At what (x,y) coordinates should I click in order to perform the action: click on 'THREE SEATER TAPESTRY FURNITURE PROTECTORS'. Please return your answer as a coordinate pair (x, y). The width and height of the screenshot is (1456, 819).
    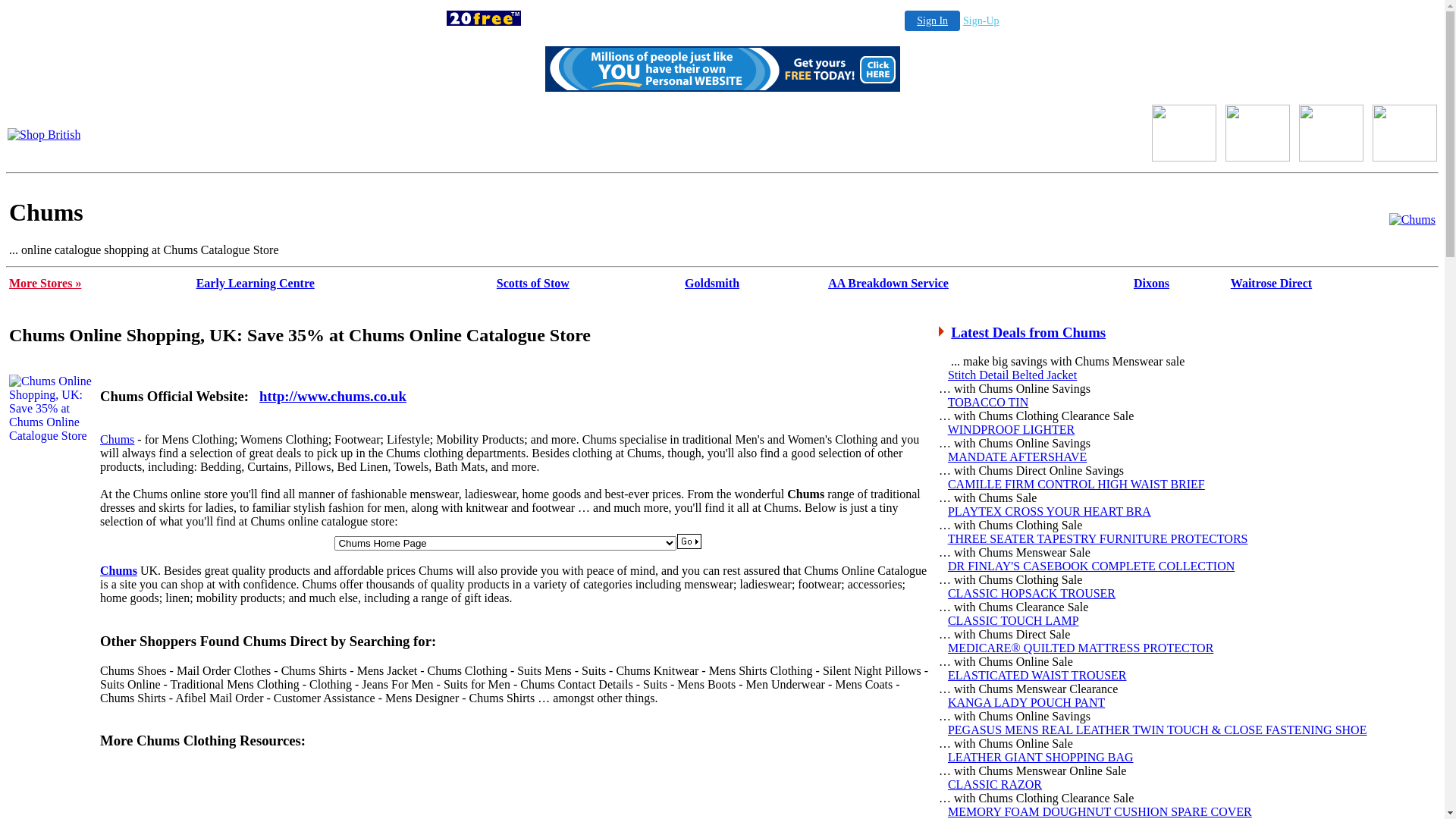
    Looking at the image, I should click on (1098, 538).